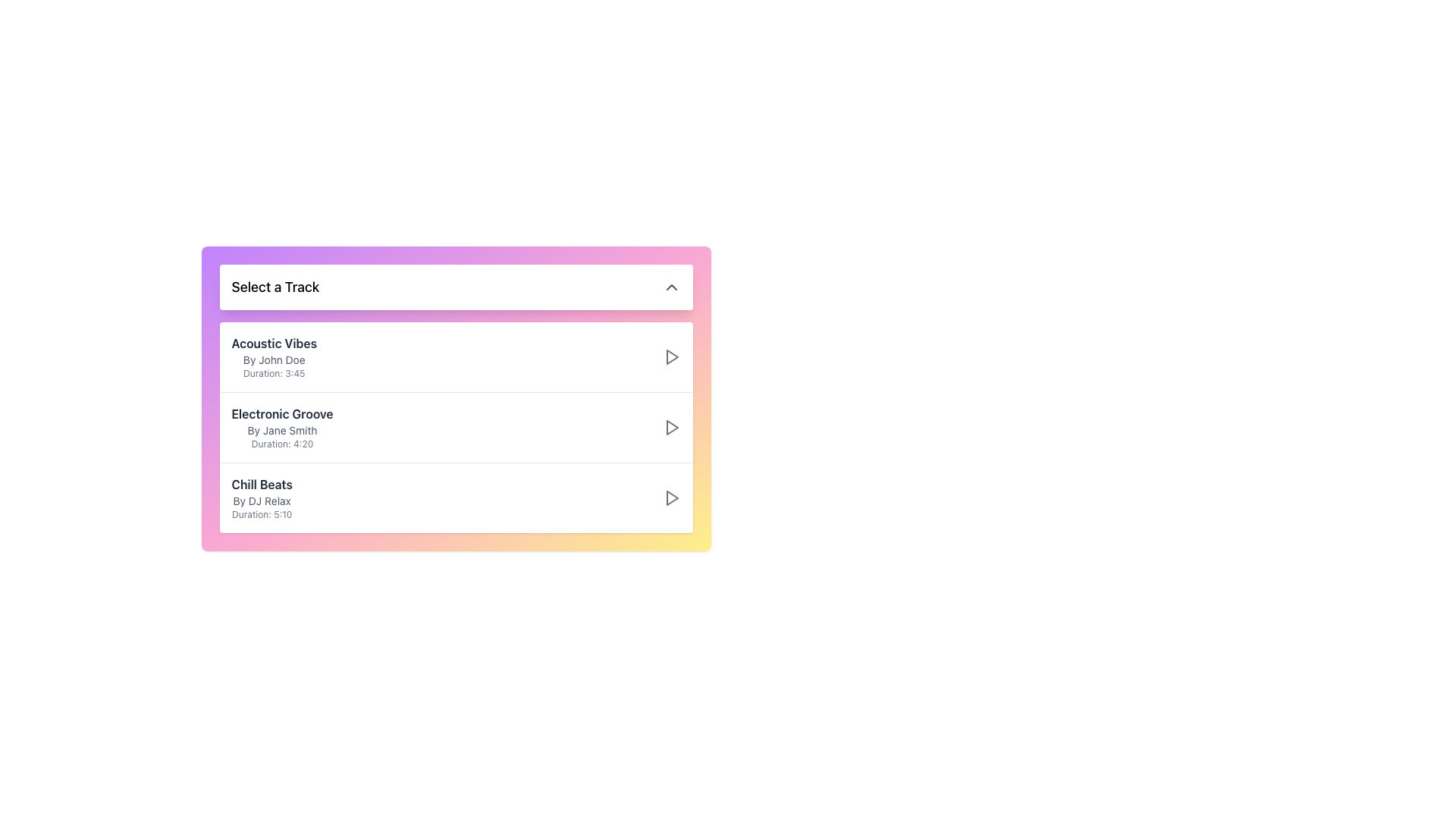 The image size is (1456, 819). I want to click on the text label displaying the author or artist name for the track 'Acoustic Vibes', which is located between 'Acoustic Vibes' and 'Duration: 3:45', so click(274, 359).